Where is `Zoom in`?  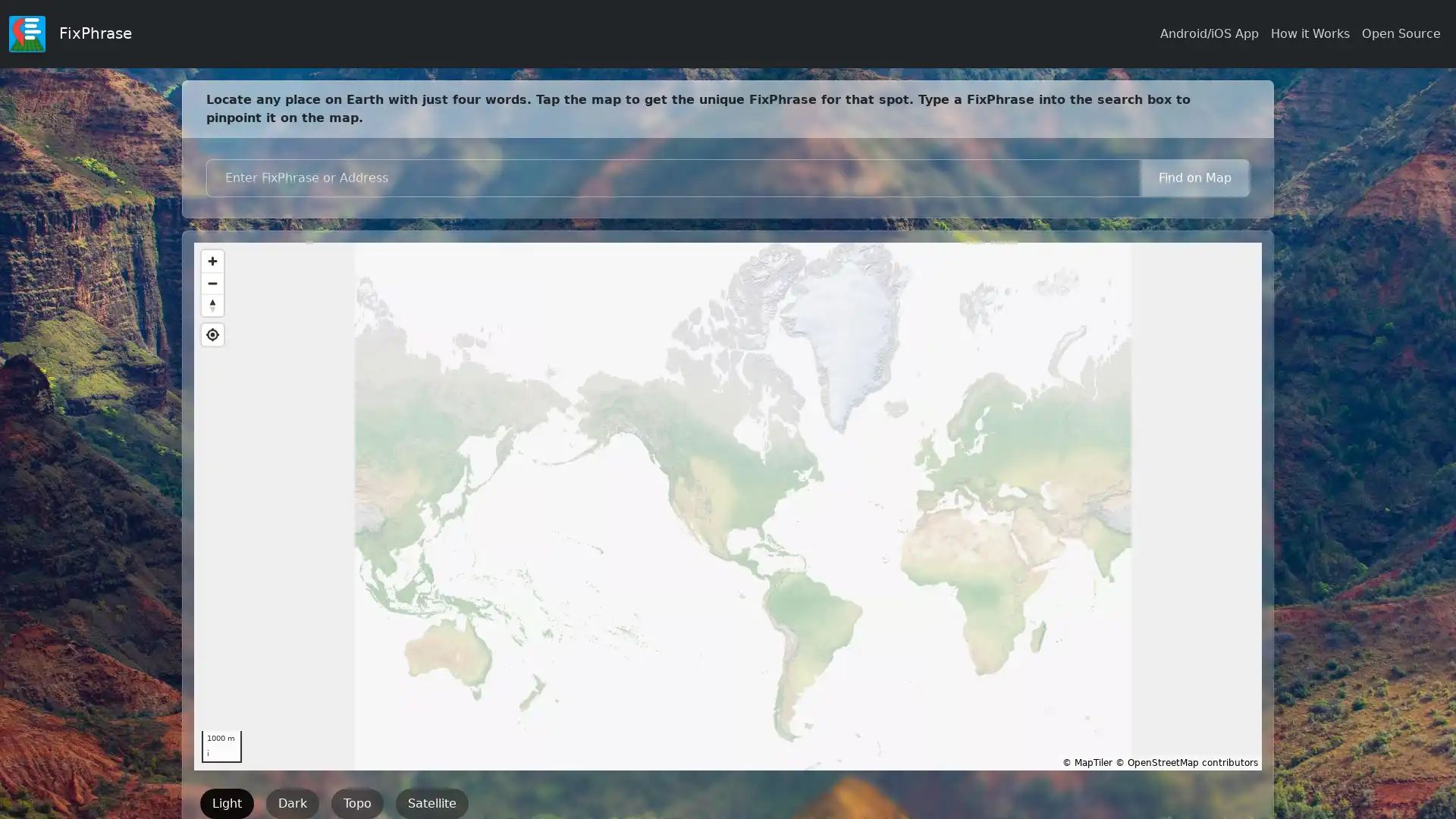 Zoom in is located at coordinates (212, 260).